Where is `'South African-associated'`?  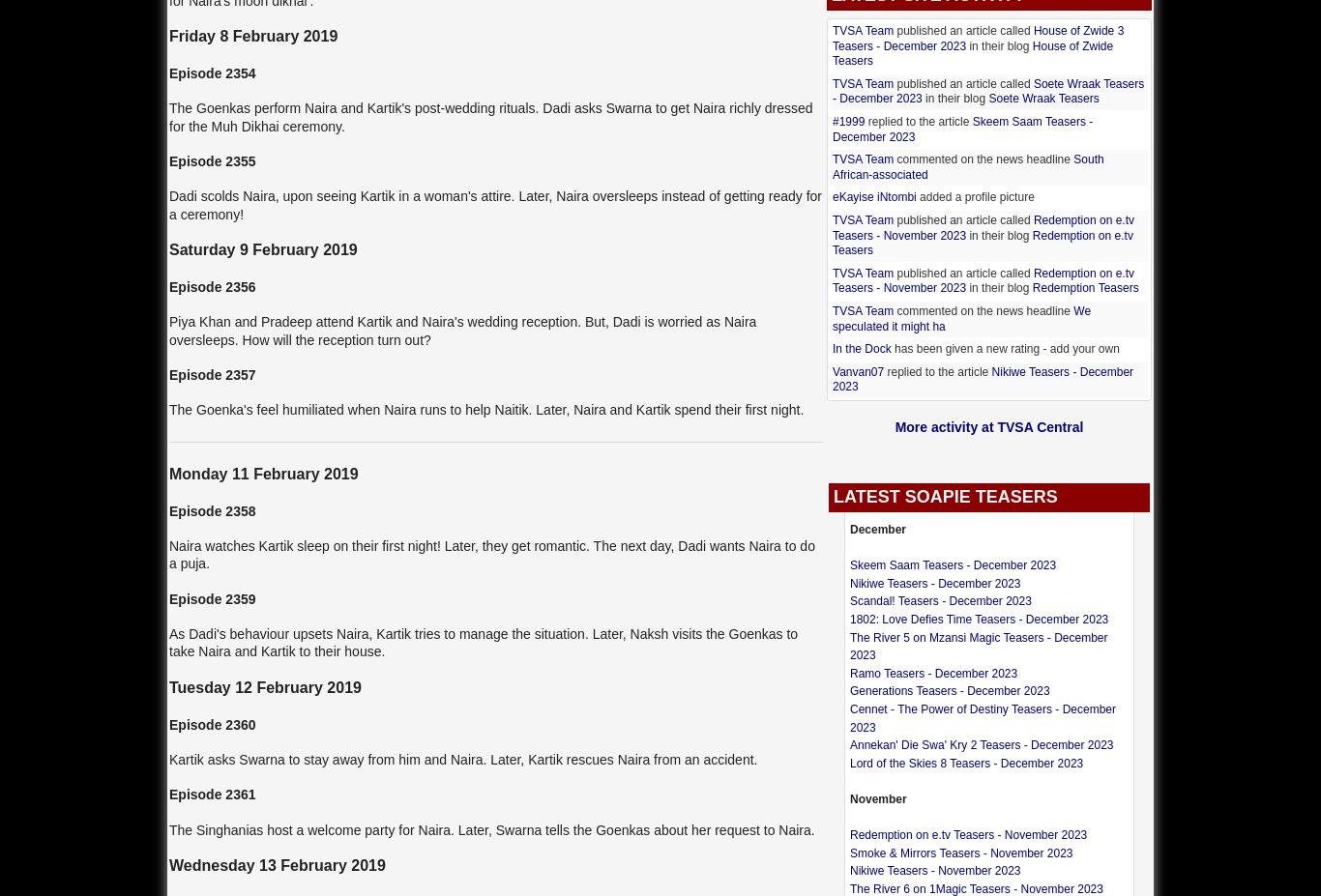
'South African-associated' is located at coordinates (831, 166).